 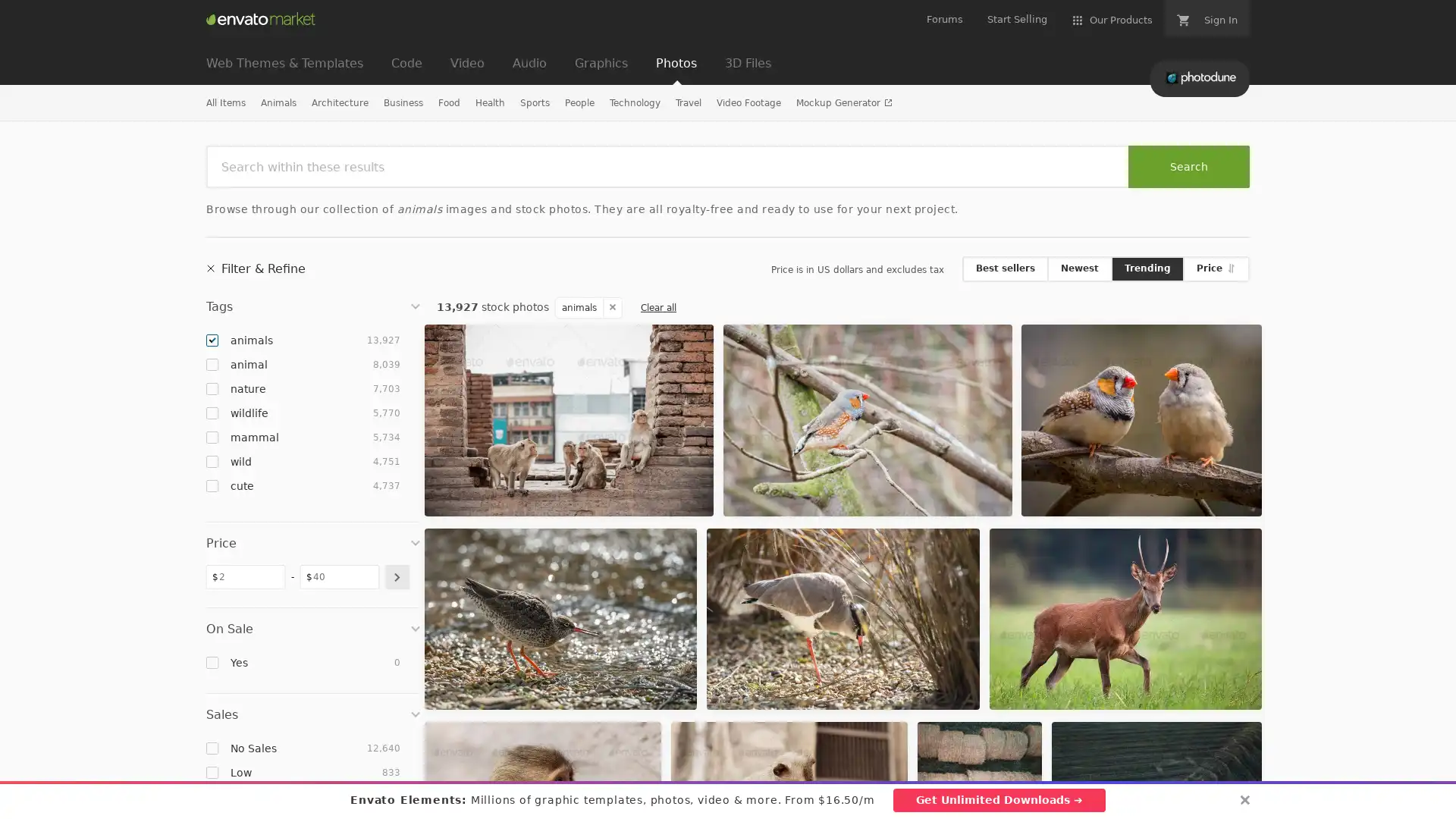 I want to click on Add to Favorites, so click(x=991, y=343).